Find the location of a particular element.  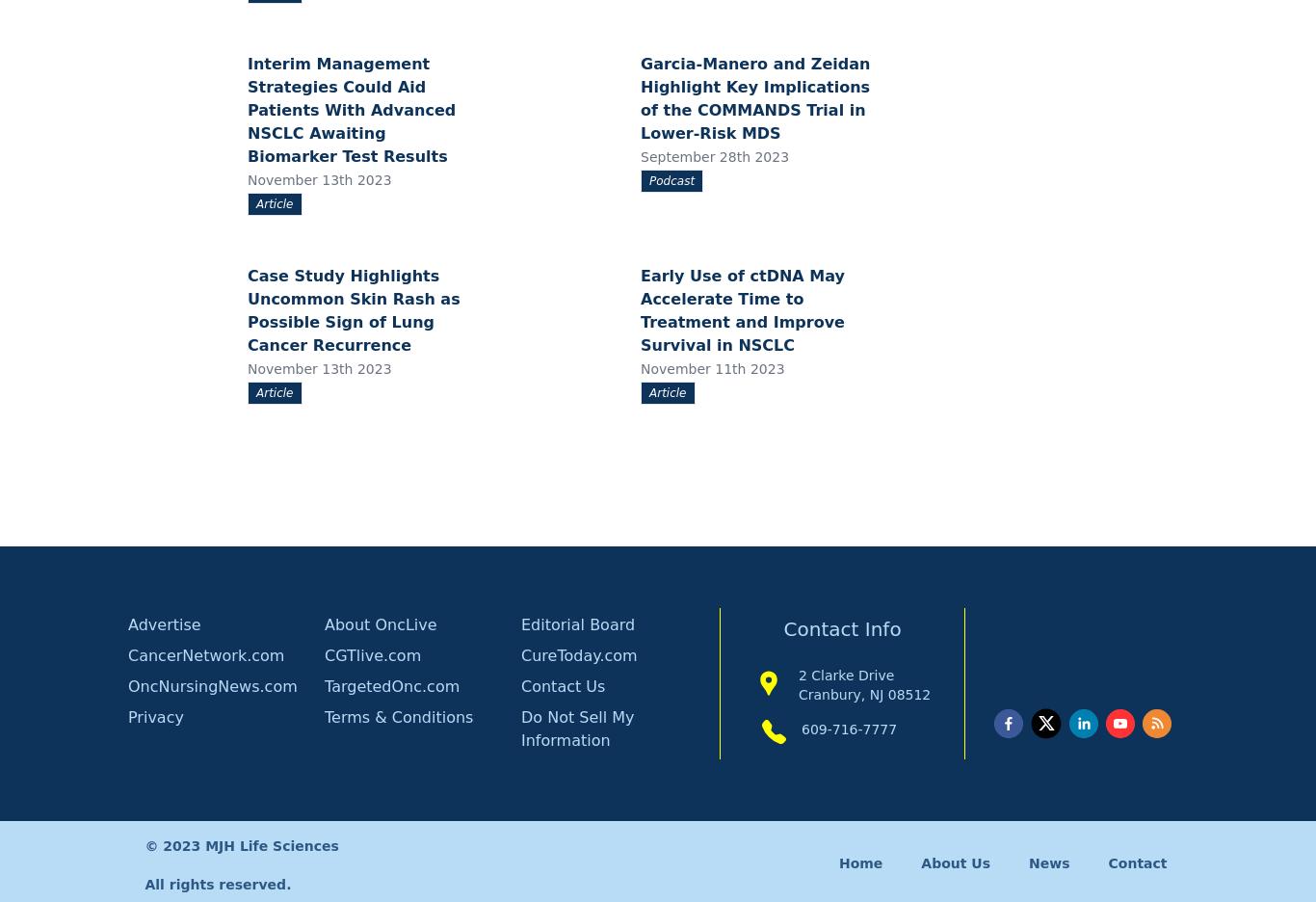

'Contact Info' is located at coordinates (840, 627).